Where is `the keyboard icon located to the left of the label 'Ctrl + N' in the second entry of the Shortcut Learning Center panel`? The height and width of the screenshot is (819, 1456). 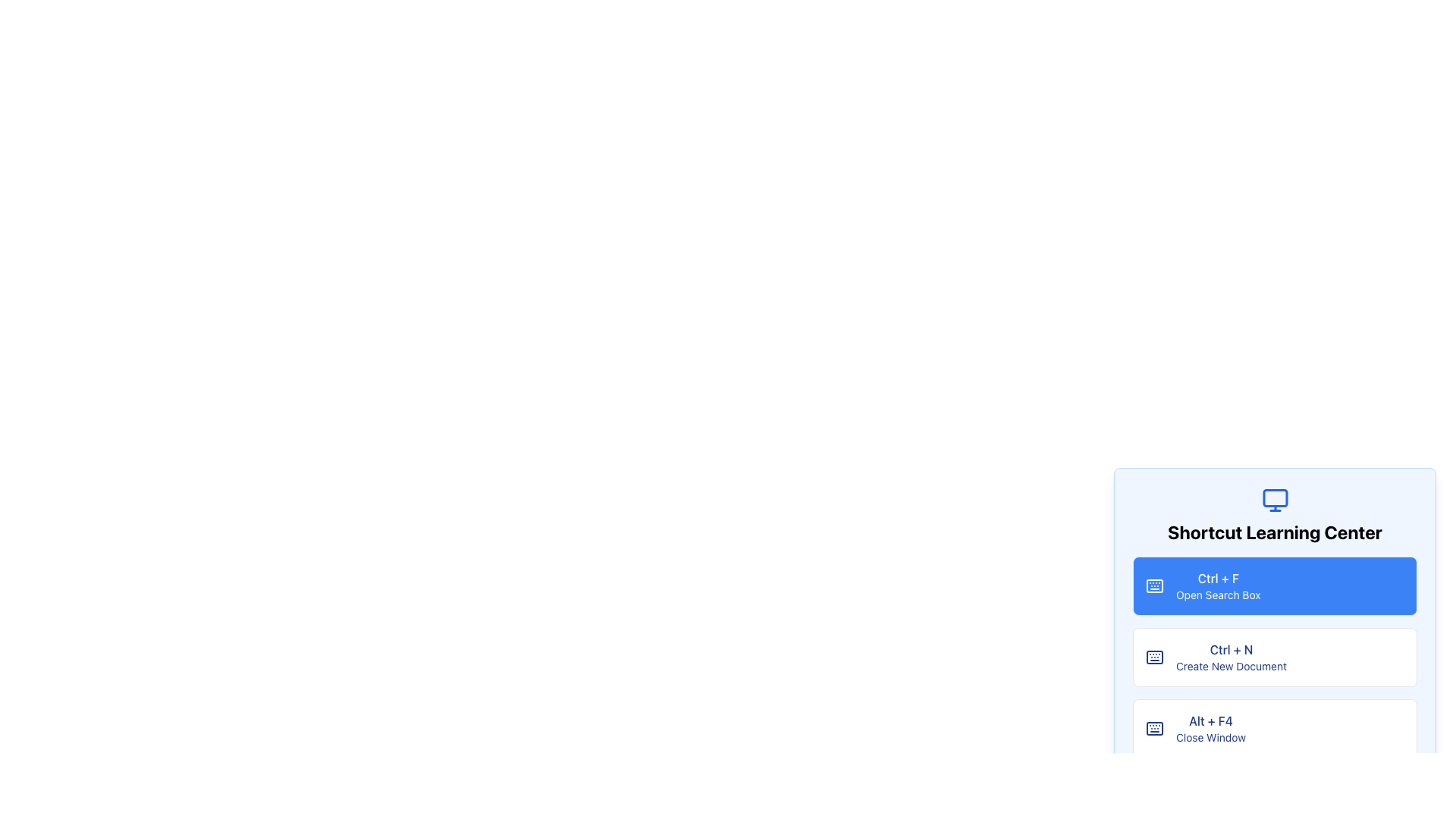 the keyboard icon located to the left of the label 'Ctrl + N' in the second entry of the Shortcut Learning Center panel is located at coordinates (1153, 657).